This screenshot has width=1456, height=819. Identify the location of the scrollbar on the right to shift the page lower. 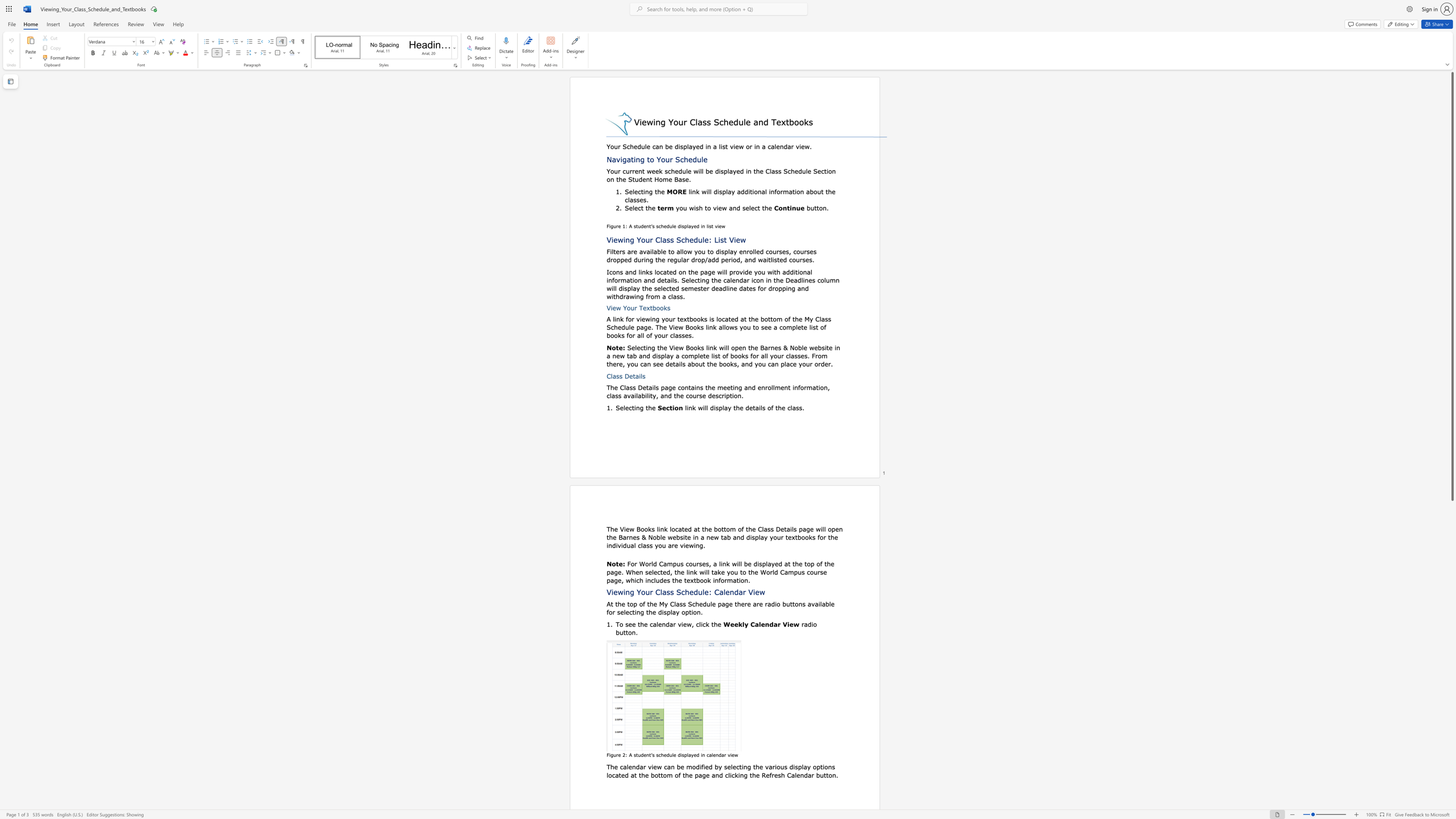
(1451, 606).